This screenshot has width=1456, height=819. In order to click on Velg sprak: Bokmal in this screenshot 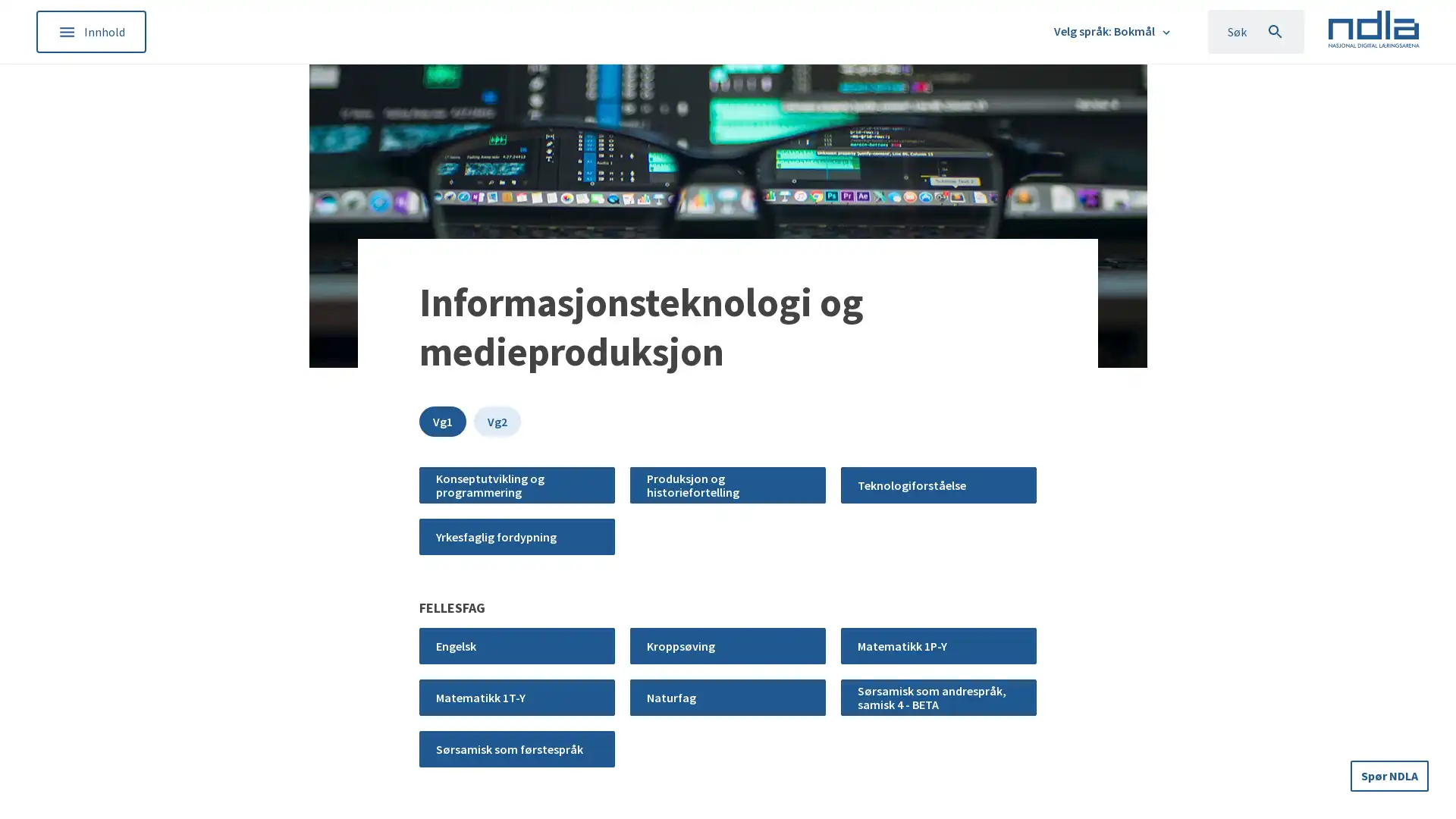, I will do `click(1113, 31)`.